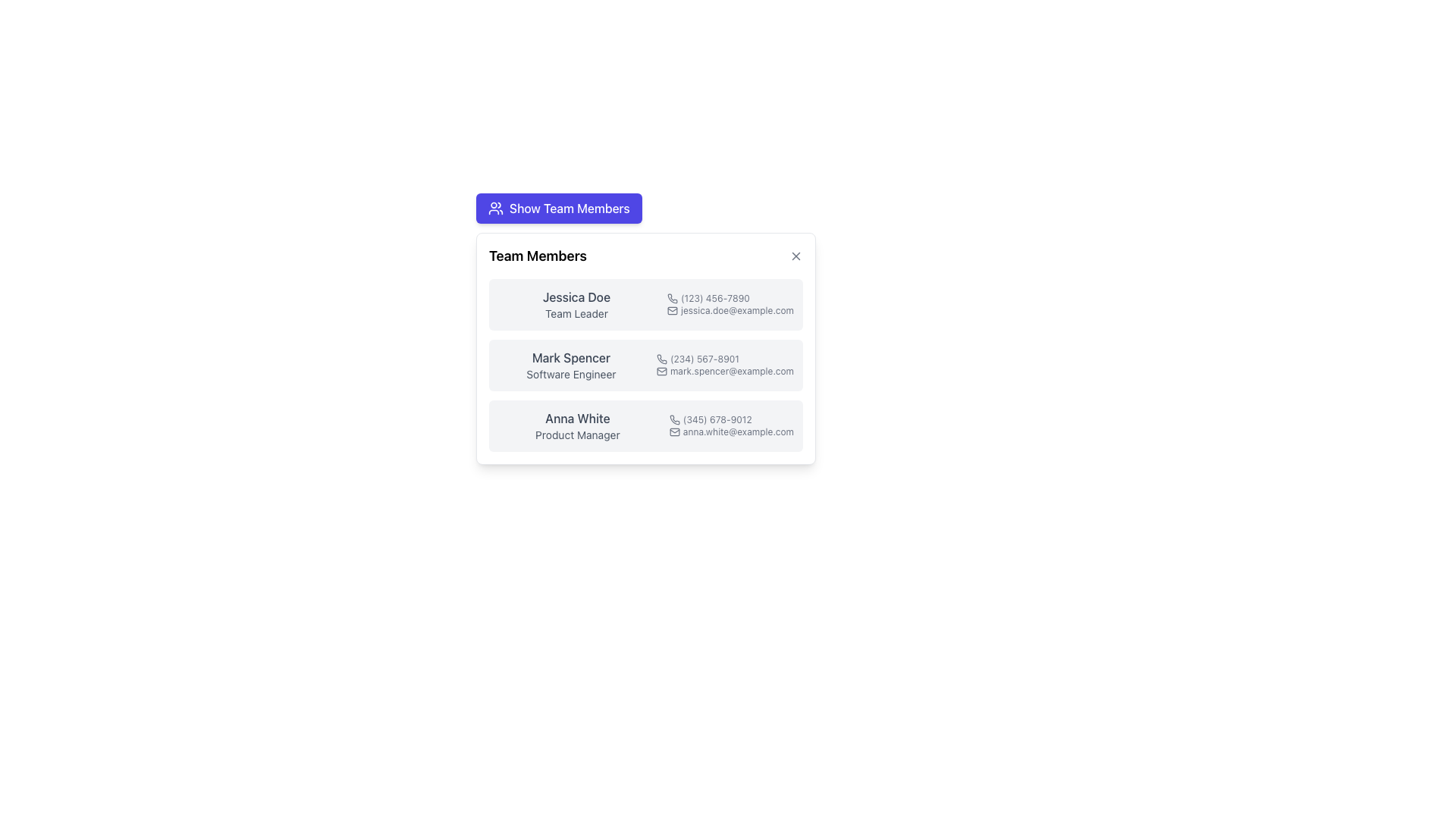  I want to click on the envelope icon that is part of the iconography system, so click(661, 371).